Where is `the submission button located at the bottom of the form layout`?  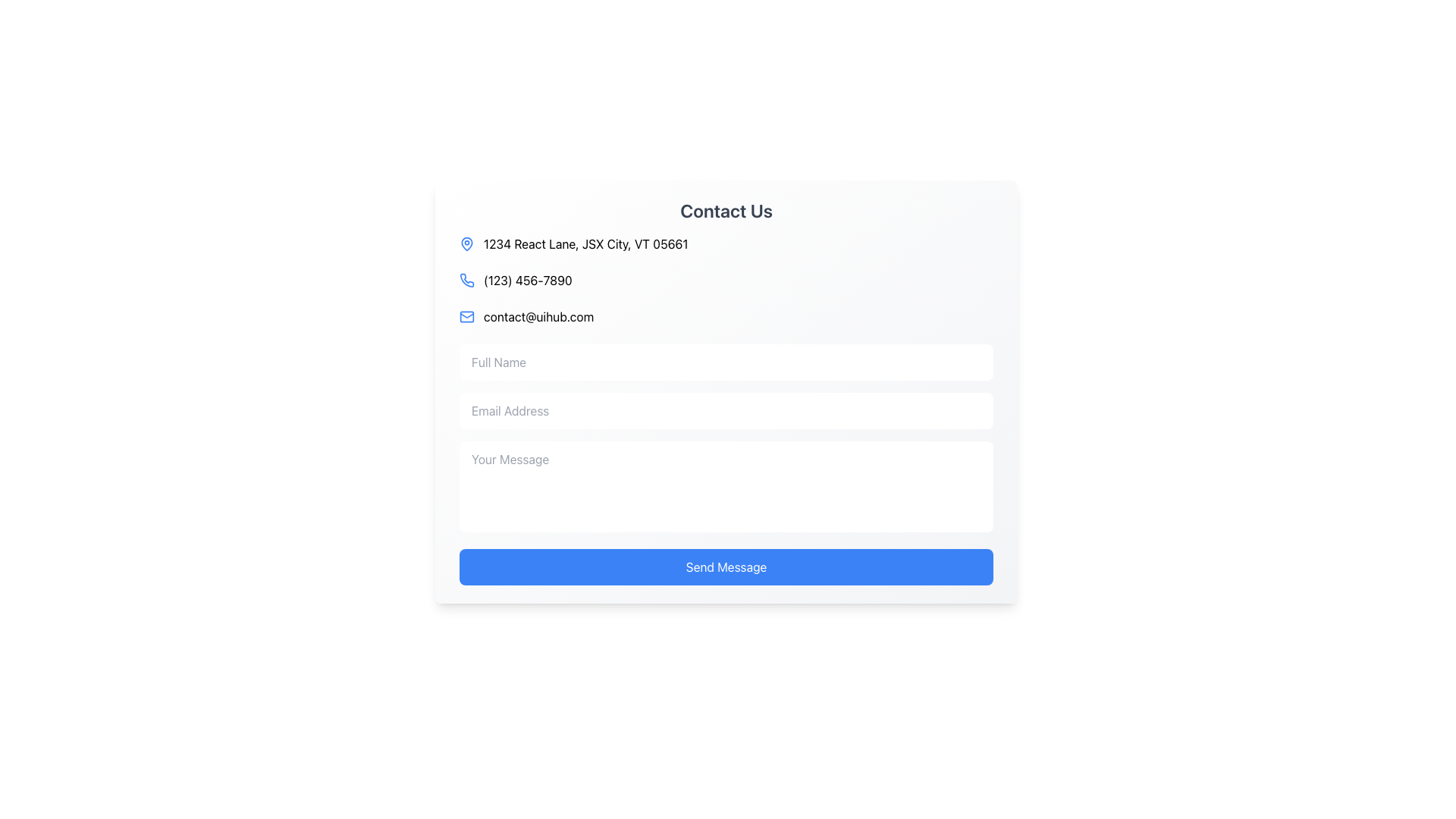
the submission button located at the bottom of the form layout is located at coordinates (726, 567).